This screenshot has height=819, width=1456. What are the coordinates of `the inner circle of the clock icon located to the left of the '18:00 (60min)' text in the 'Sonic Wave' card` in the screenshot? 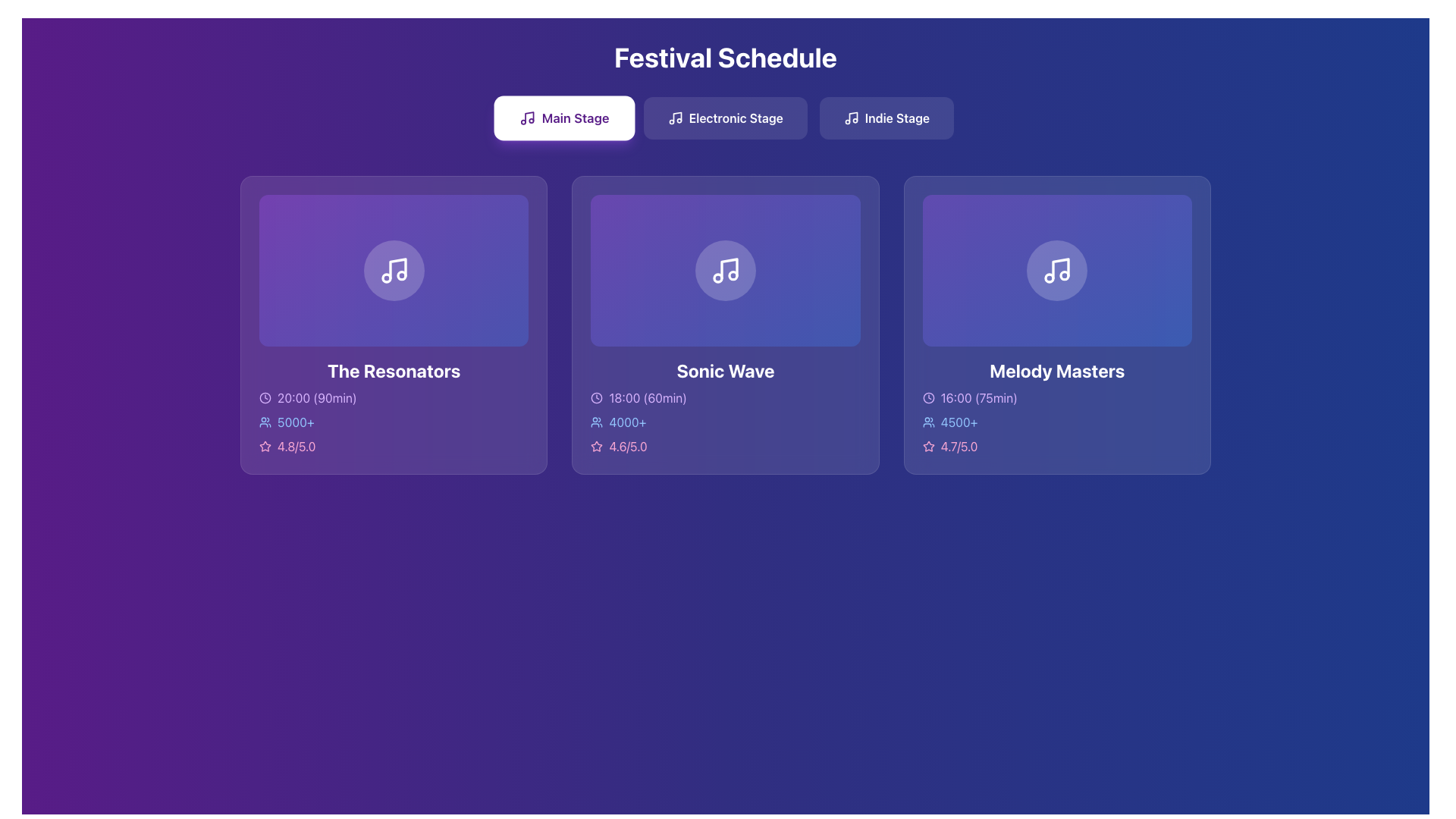 It's located at (596, 397).